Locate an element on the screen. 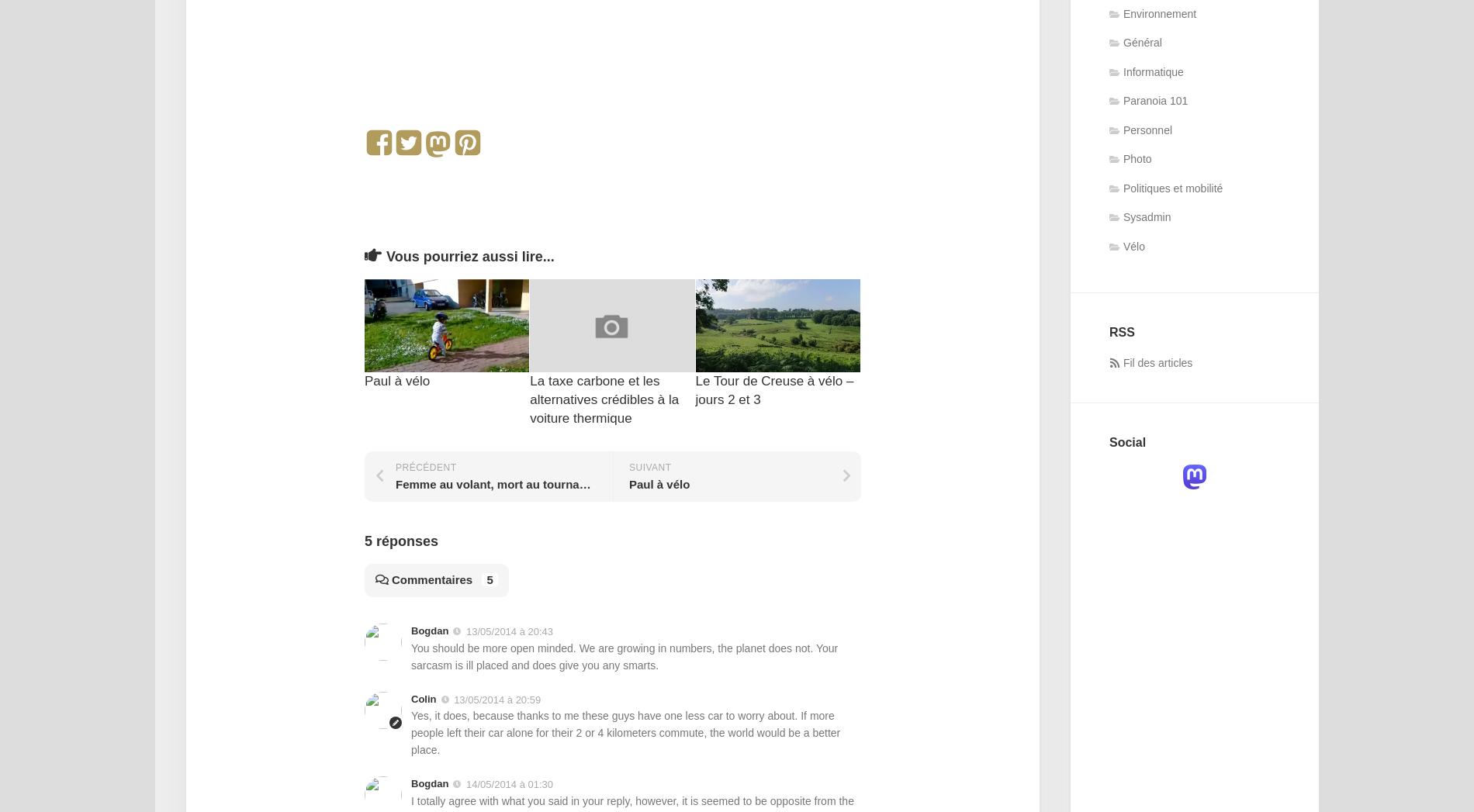 The width and height of the screenshot is (1474, 812). 'Vélo' is located at coordinates (1134, 245).